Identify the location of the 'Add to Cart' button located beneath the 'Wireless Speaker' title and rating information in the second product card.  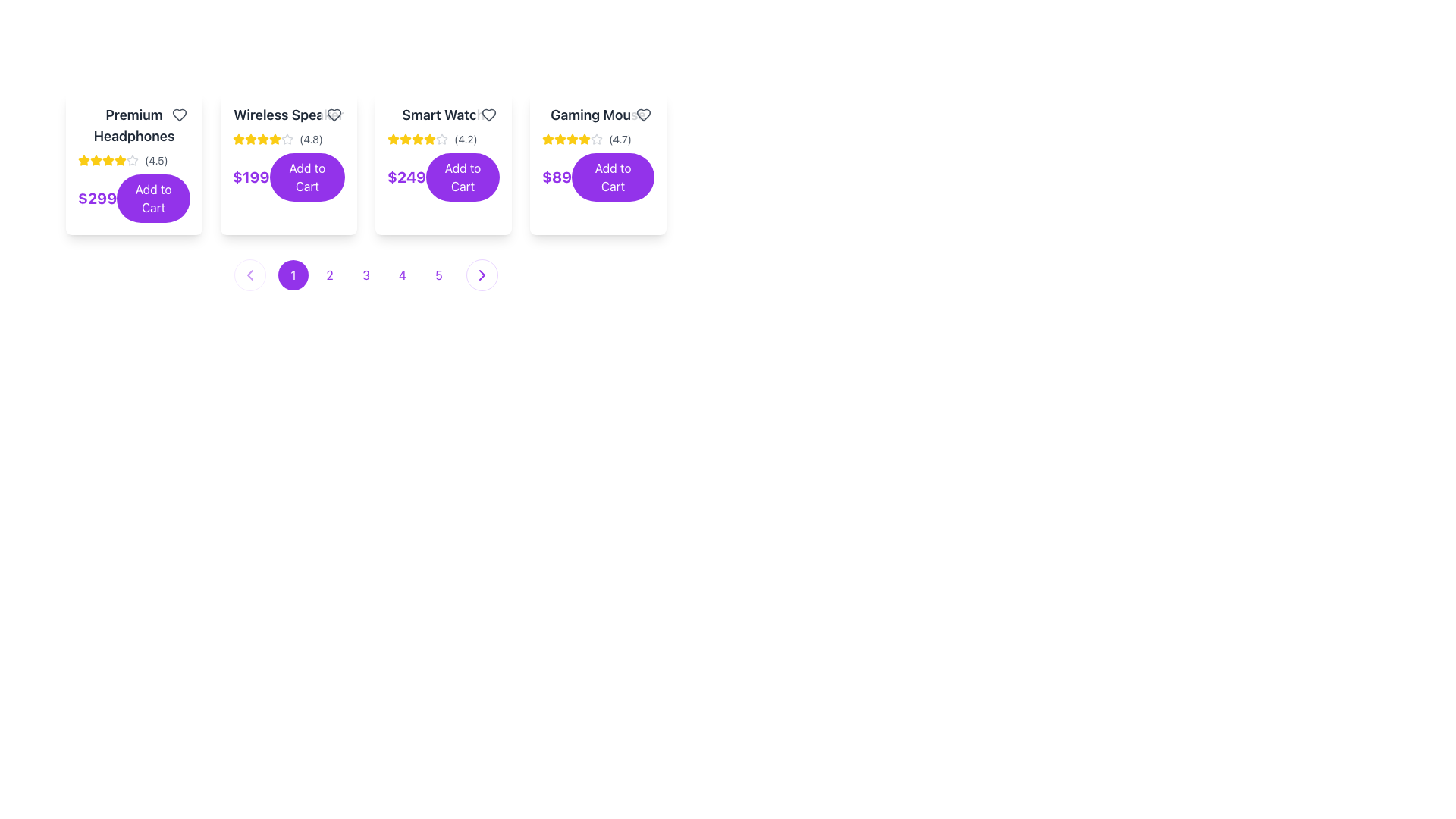
(288, 177).